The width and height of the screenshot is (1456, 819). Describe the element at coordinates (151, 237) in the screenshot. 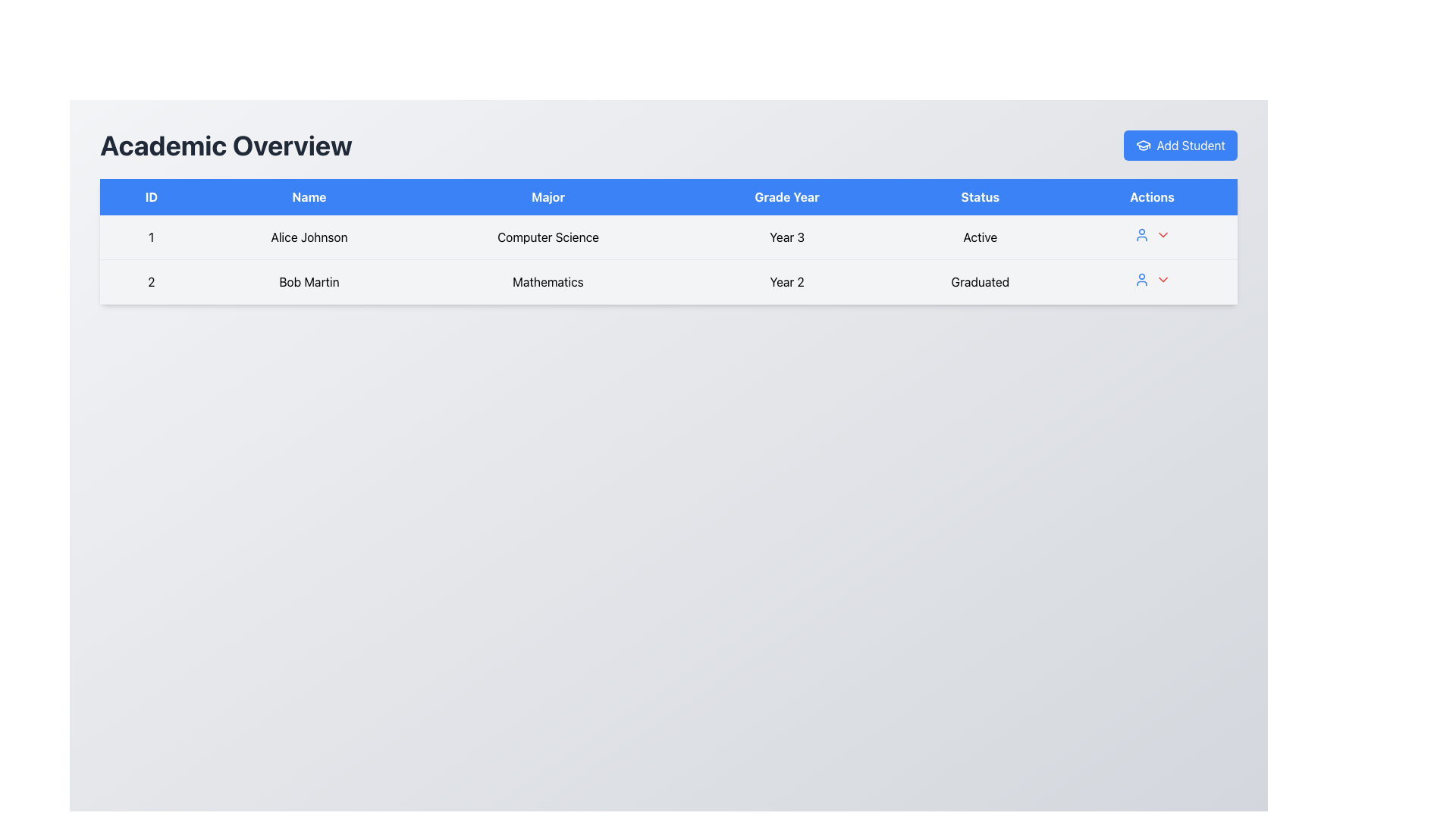

I see `the text element displaying the number '1' in the 'ID' column associated with Alice Johnson in the table` at that location.